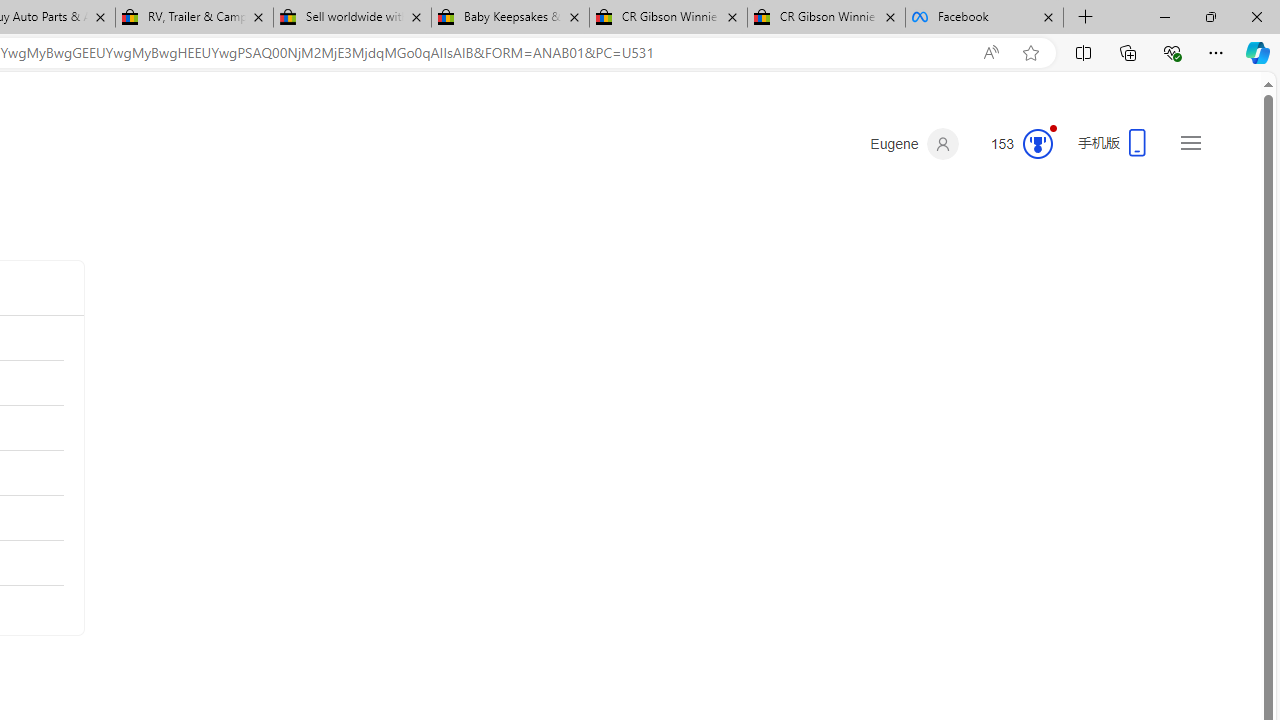  Describe the element at coordinates (1082, 51) in the screenshot. I see `'Split screen'` at that location.